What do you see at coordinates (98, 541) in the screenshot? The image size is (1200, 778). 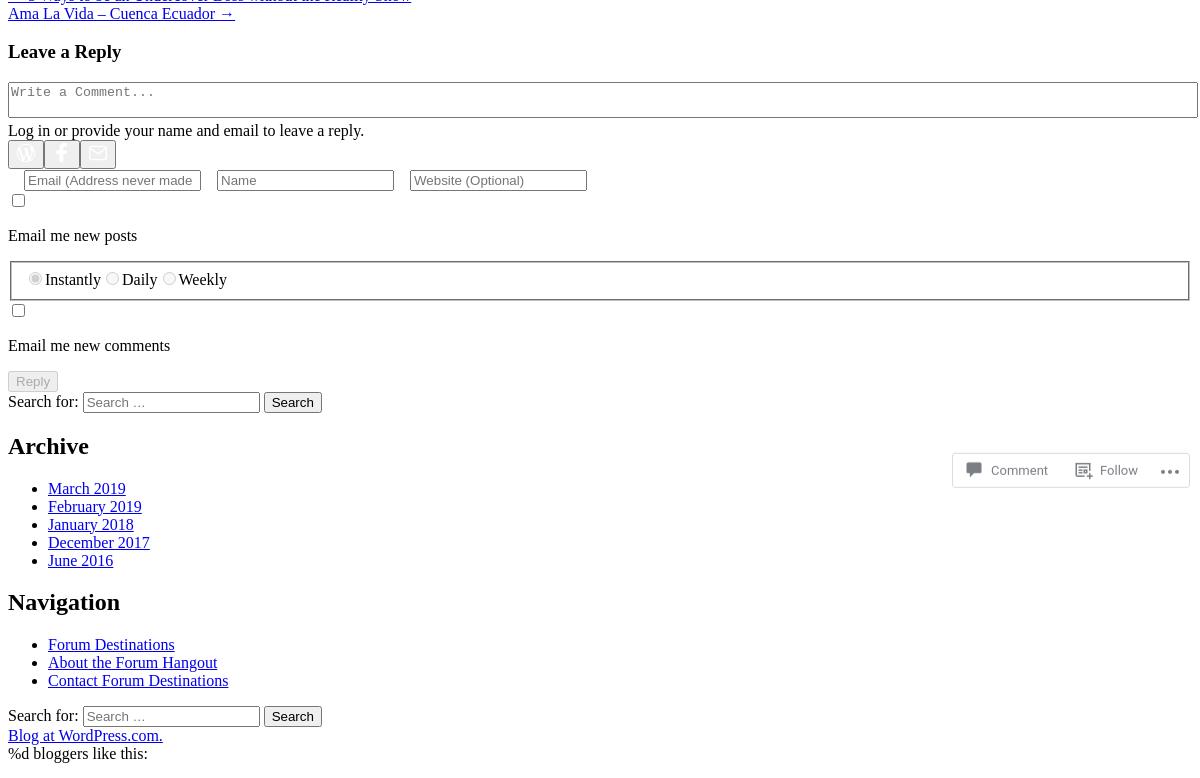 I see `'December 2017'` at bounding box center [98, 541].